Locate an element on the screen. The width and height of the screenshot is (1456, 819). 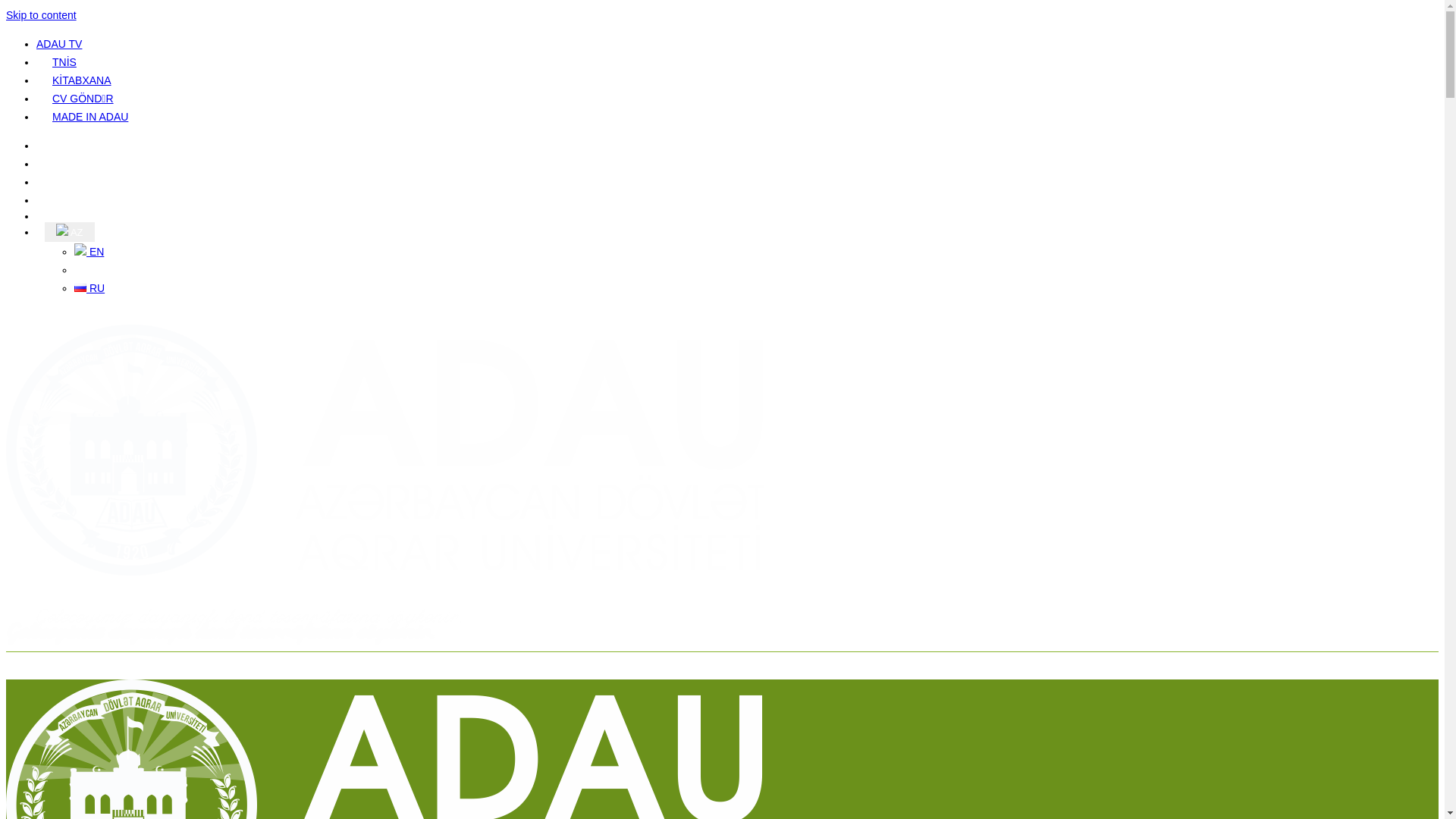
'MADE IN ADAU' is located at coordinates (89, 116).